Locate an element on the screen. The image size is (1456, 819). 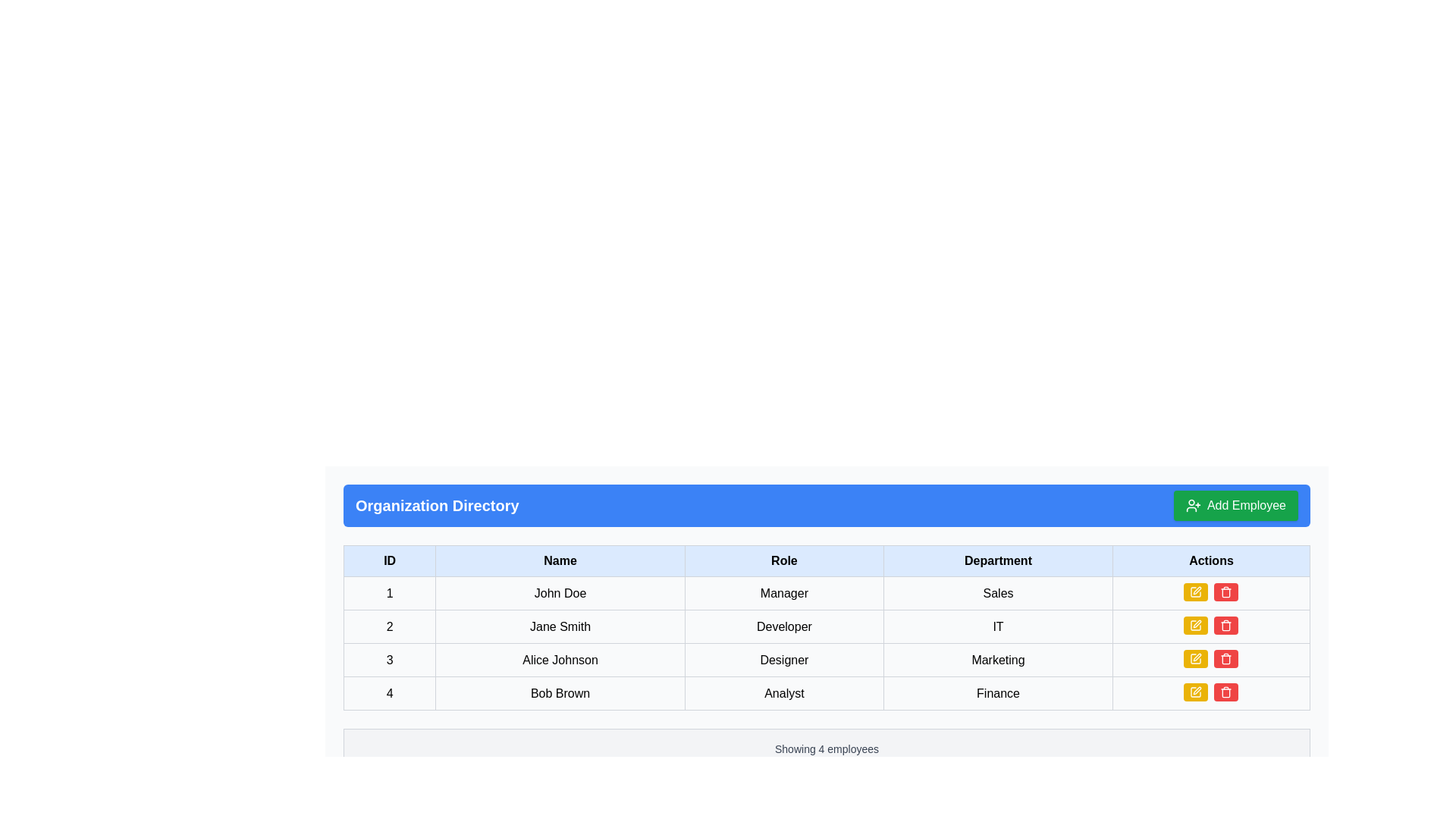
the first row of the tabular display in the 'Organization Directory' containing cells '1', 'John Doe', 'Manager', 'Sales' is located at coordinates (826, 592).